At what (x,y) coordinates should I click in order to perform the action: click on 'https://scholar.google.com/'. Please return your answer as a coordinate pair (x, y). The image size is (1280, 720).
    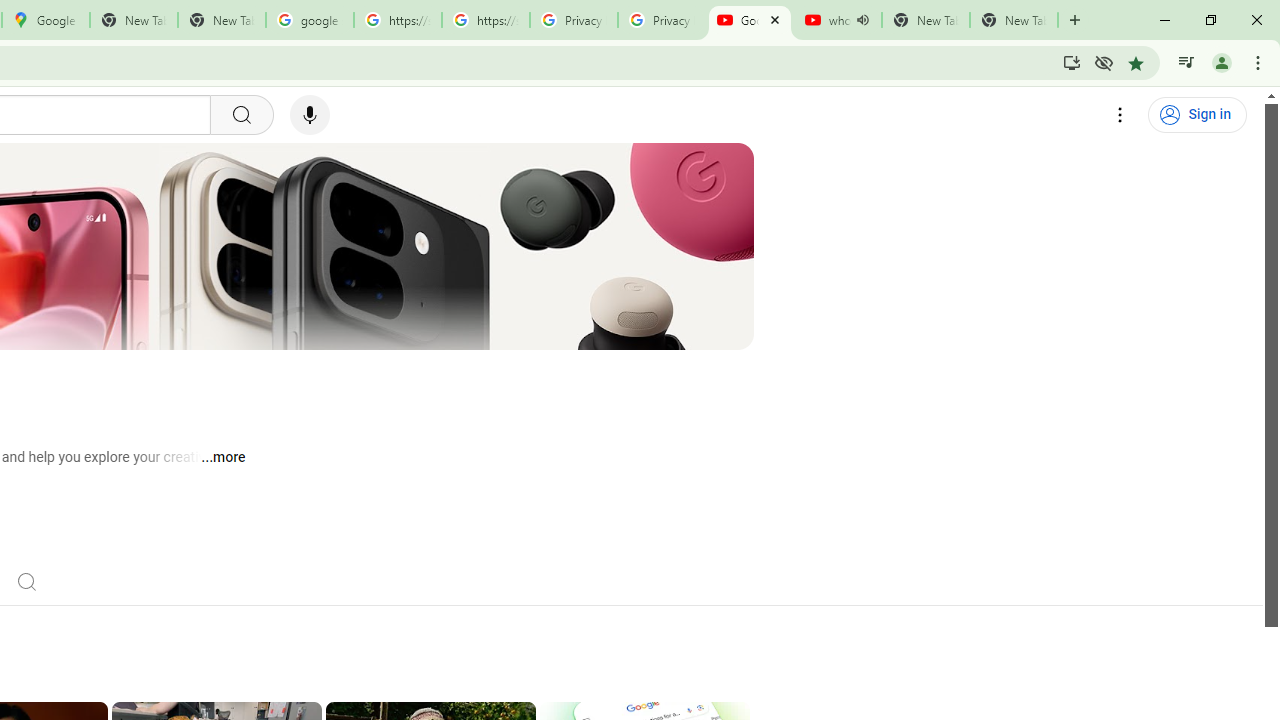
    Looking at the image, I should click on (485, 20).